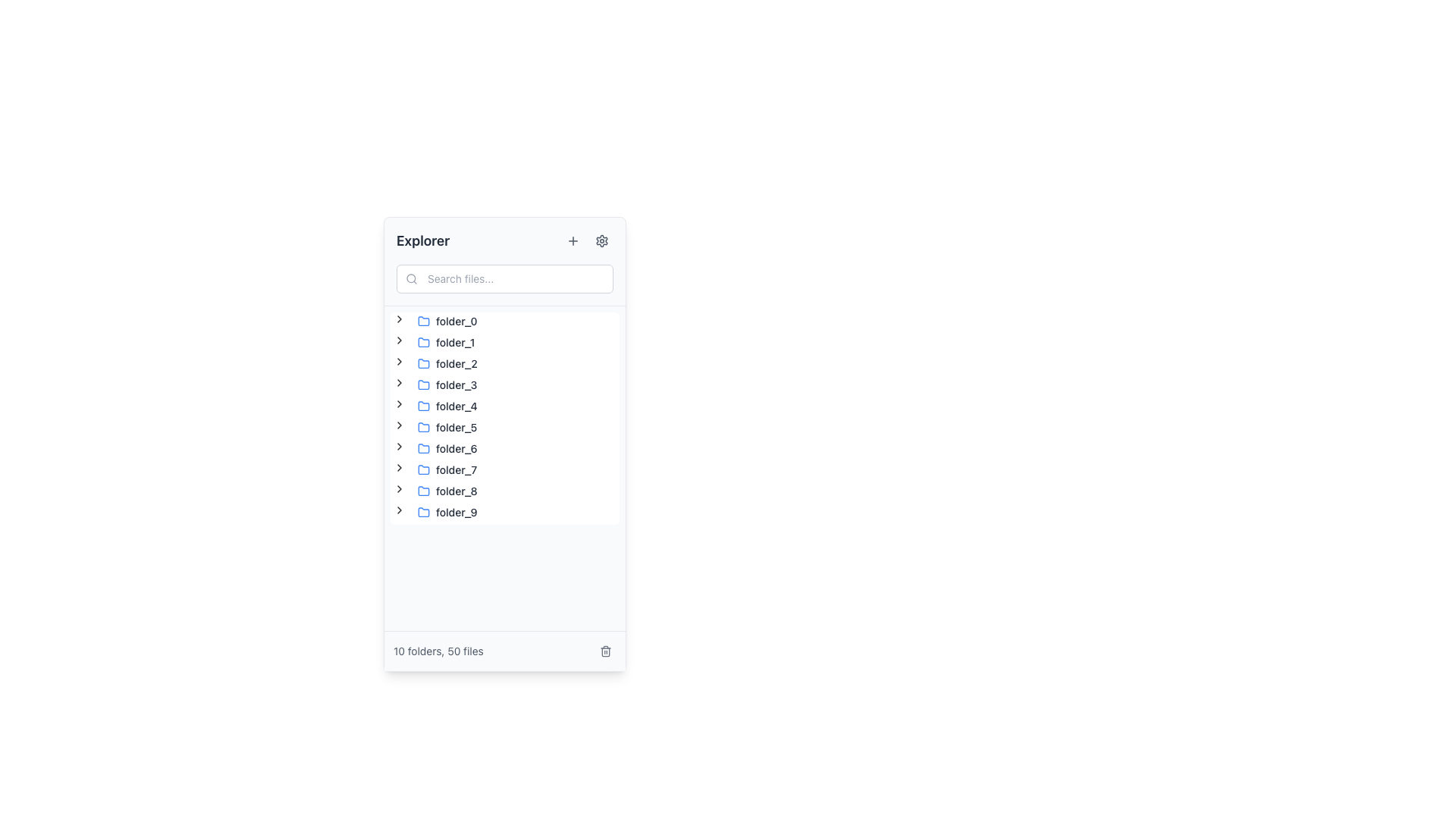  I want to click on the search icon located to the left of the placeholder text 'Search files...' in the search input field at the top of the Explorer panel, so click(411, 278).